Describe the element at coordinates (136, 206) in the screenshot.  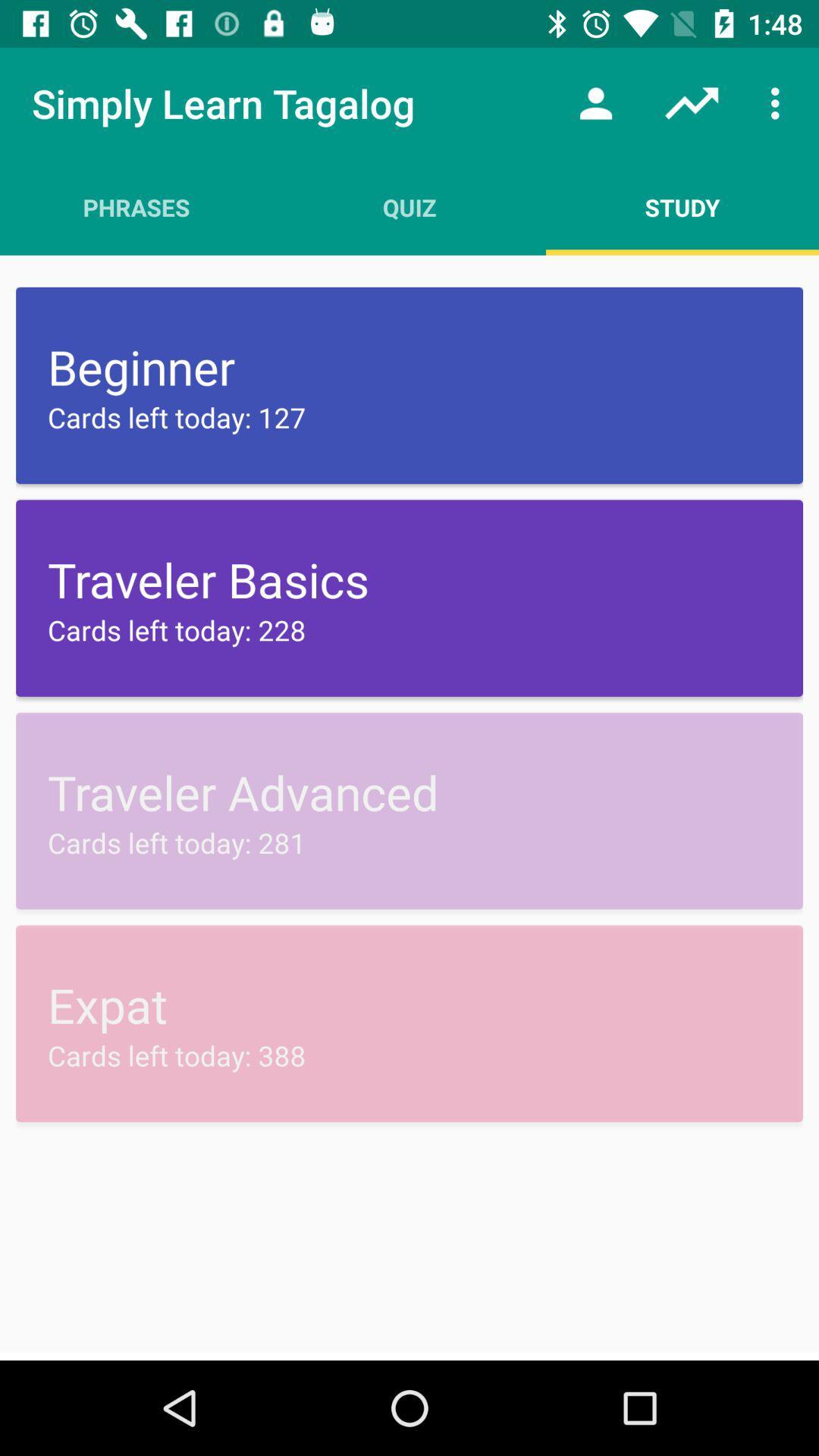
I see `icon below simply learn tagalog icon` at that location.